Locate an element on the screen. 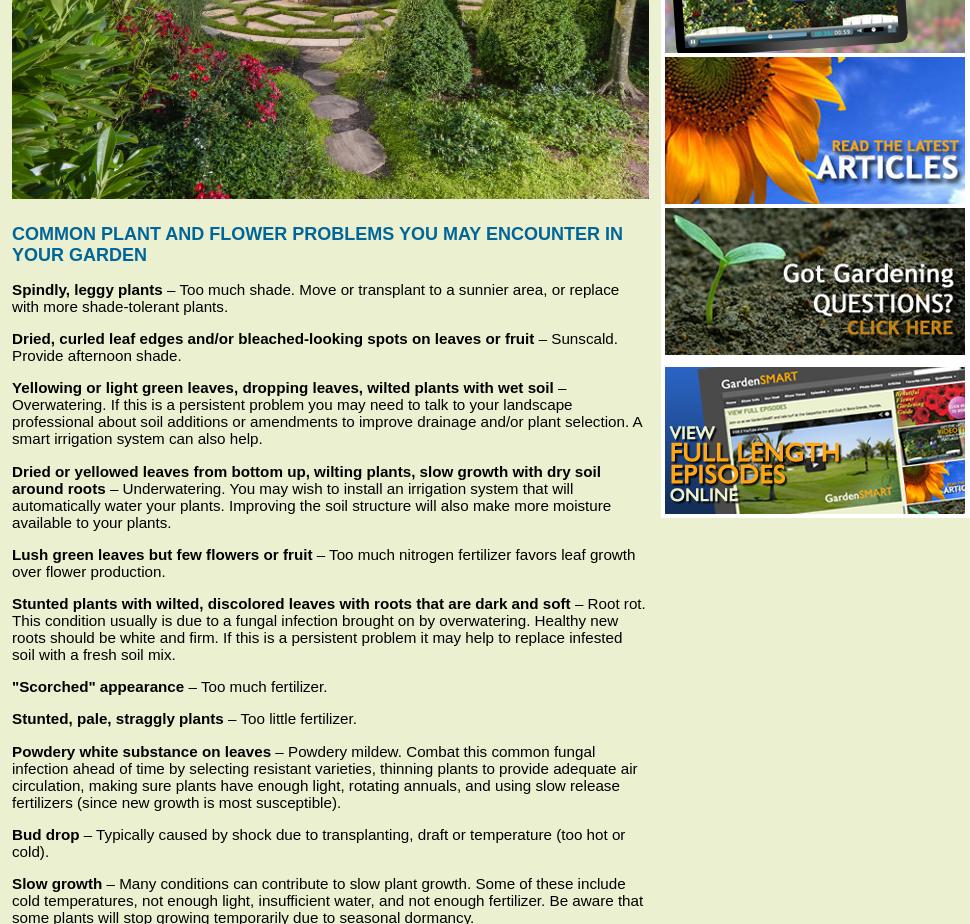  'Dried, curled leaf edges' is located at coordinates (12, 338).